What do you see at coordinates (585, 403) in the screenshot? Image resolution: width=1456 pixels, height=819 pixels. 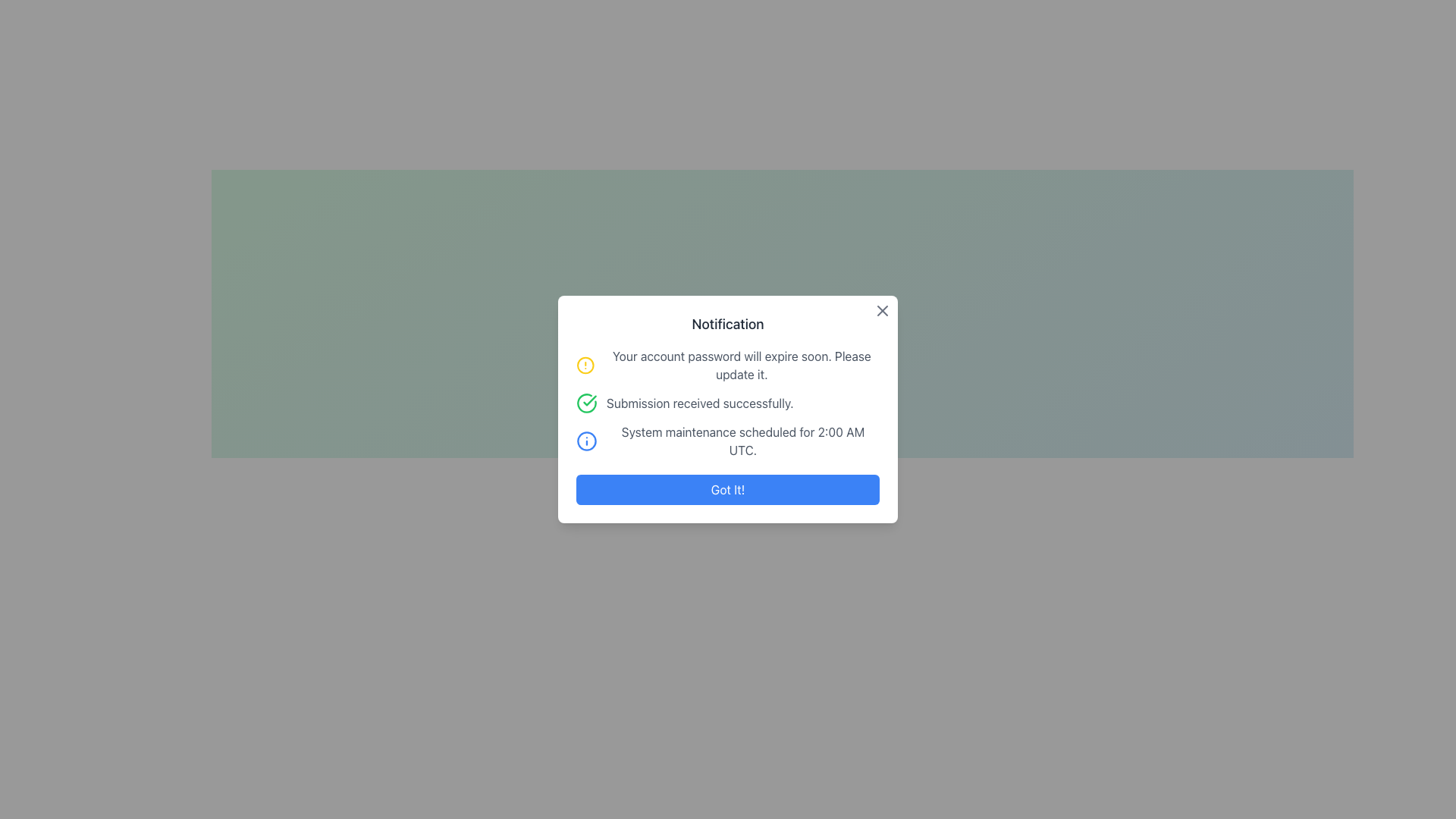 I see `the circular green checkmark icon located to the left of the text 'Submission received successfully'` at bounding box center [585, 403].